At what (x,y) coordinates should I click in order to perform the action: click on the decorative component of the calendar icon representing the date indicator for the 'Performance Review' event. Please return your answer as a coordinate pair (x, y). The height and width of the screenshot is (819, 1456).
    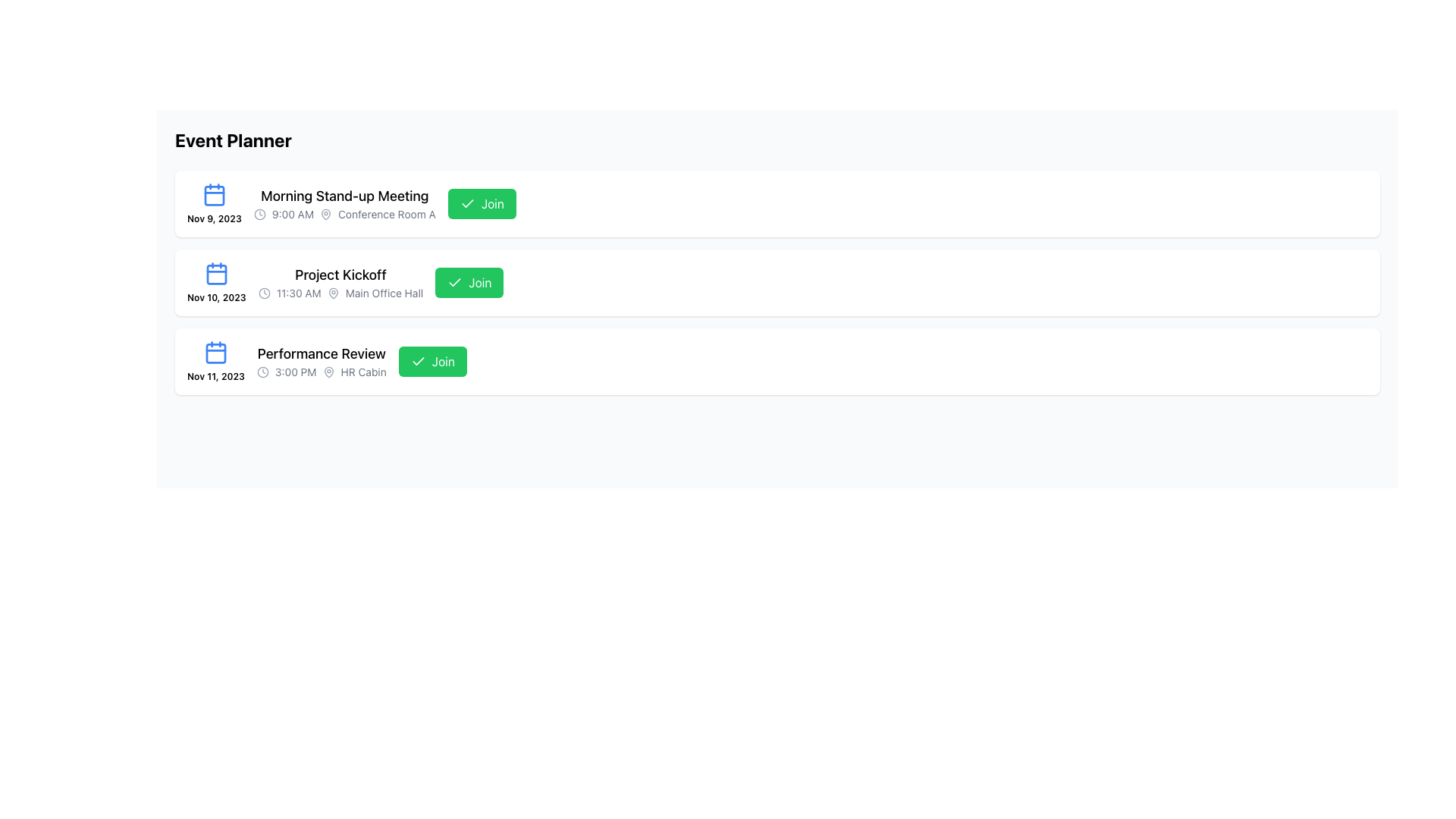
    Looking at the image, I should click on (215, 353).